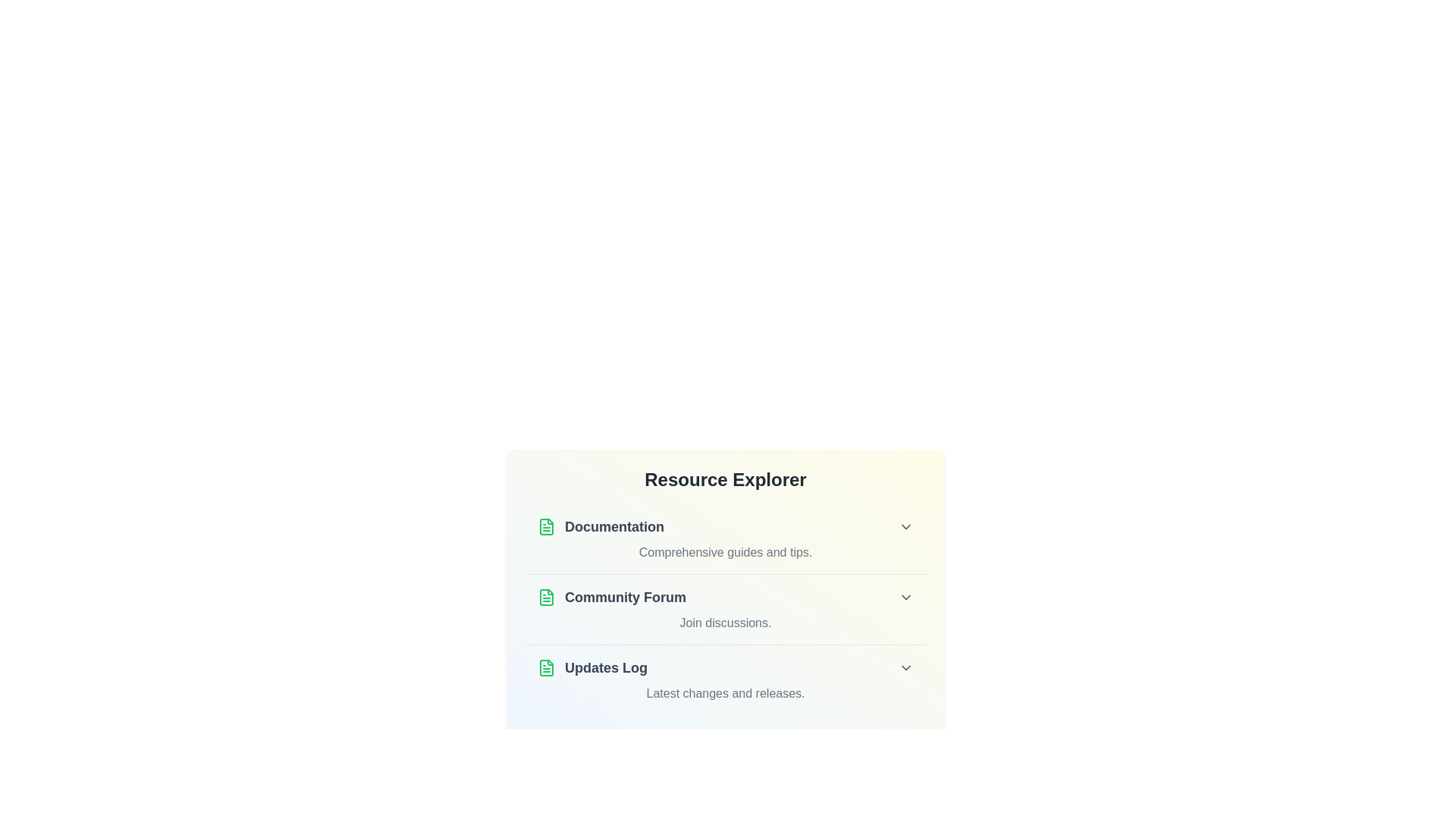 The width and height of the screenshot is (1456, 819). Describe the element at coordinates (724, 596) in the screenshot. I see `the title Community Forum of the list item` at that location.